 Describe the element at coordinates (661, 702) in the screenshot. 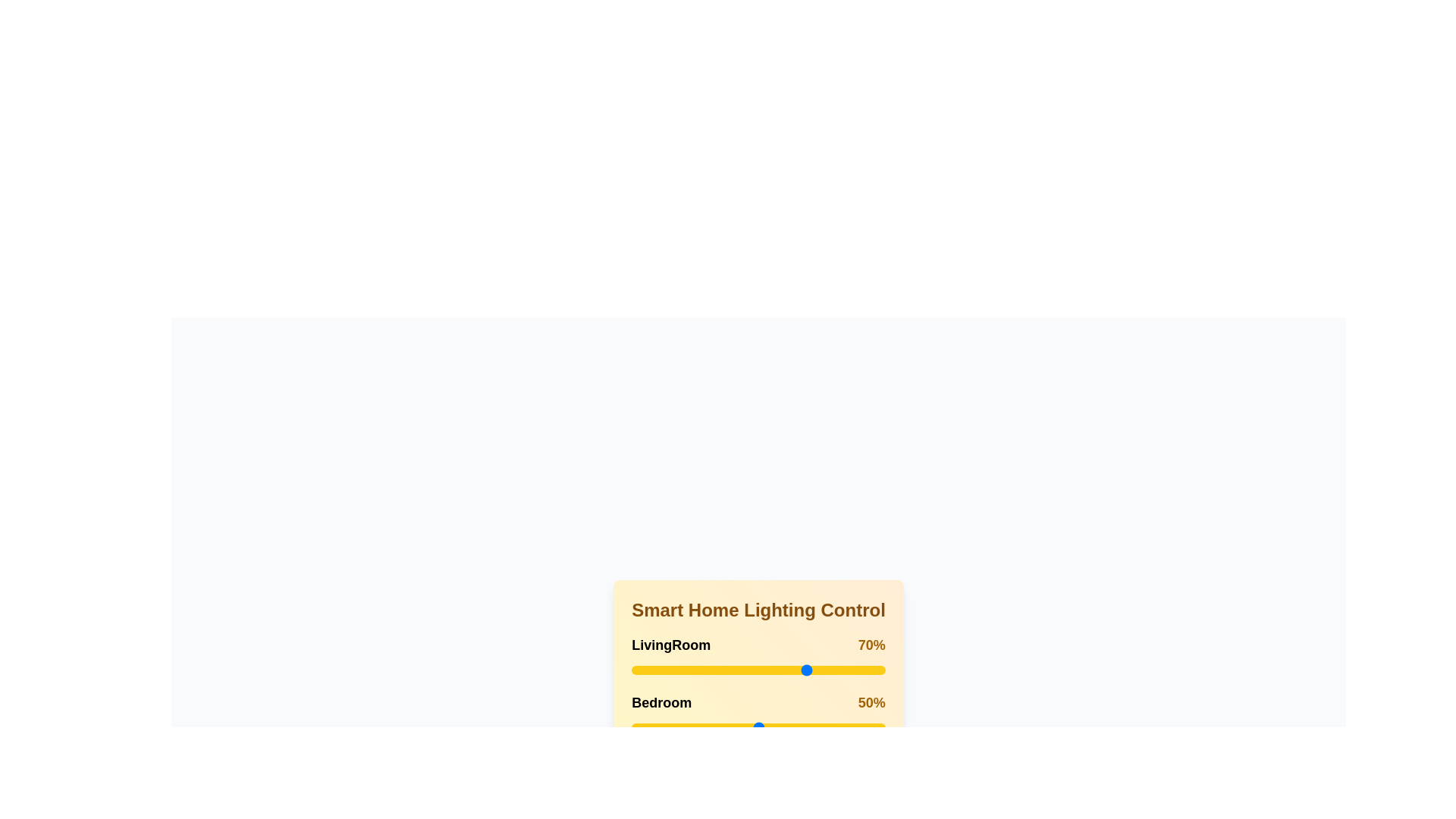

I see `the 'Bedroom' label that serves as a descriptor for smart home lighting settings, located to the left of a sibling element displaying '50%', beneath the 'LivingRoom' section` at that location.